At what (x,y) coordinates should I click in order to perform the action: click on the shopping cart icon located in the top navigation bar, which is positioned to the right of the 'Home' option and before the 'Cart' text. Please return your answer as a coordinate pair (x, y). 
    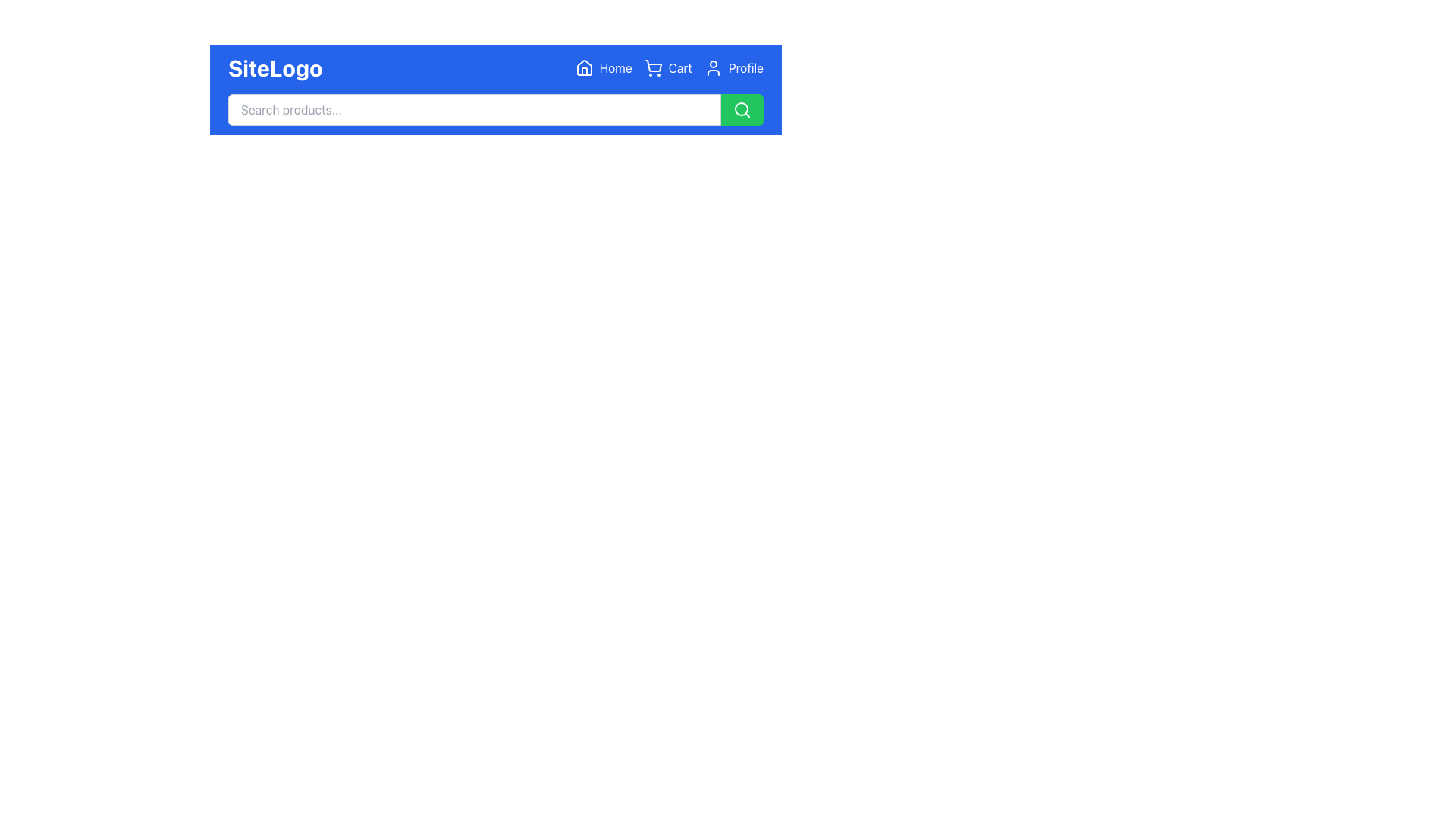
    Looking at the image, I should click on (653, 67).